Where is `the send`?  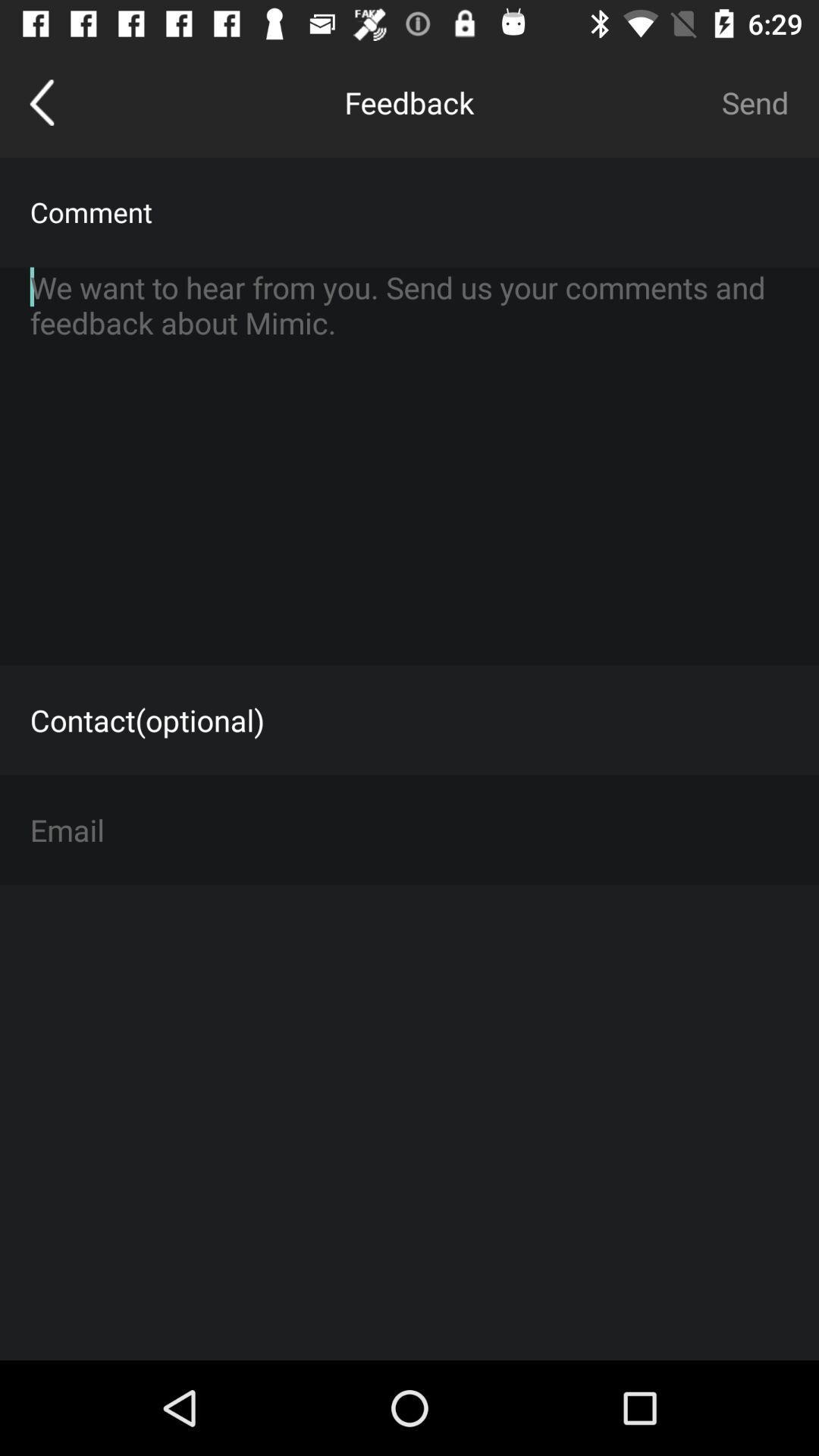
the send is located at coordinates (755, 102).